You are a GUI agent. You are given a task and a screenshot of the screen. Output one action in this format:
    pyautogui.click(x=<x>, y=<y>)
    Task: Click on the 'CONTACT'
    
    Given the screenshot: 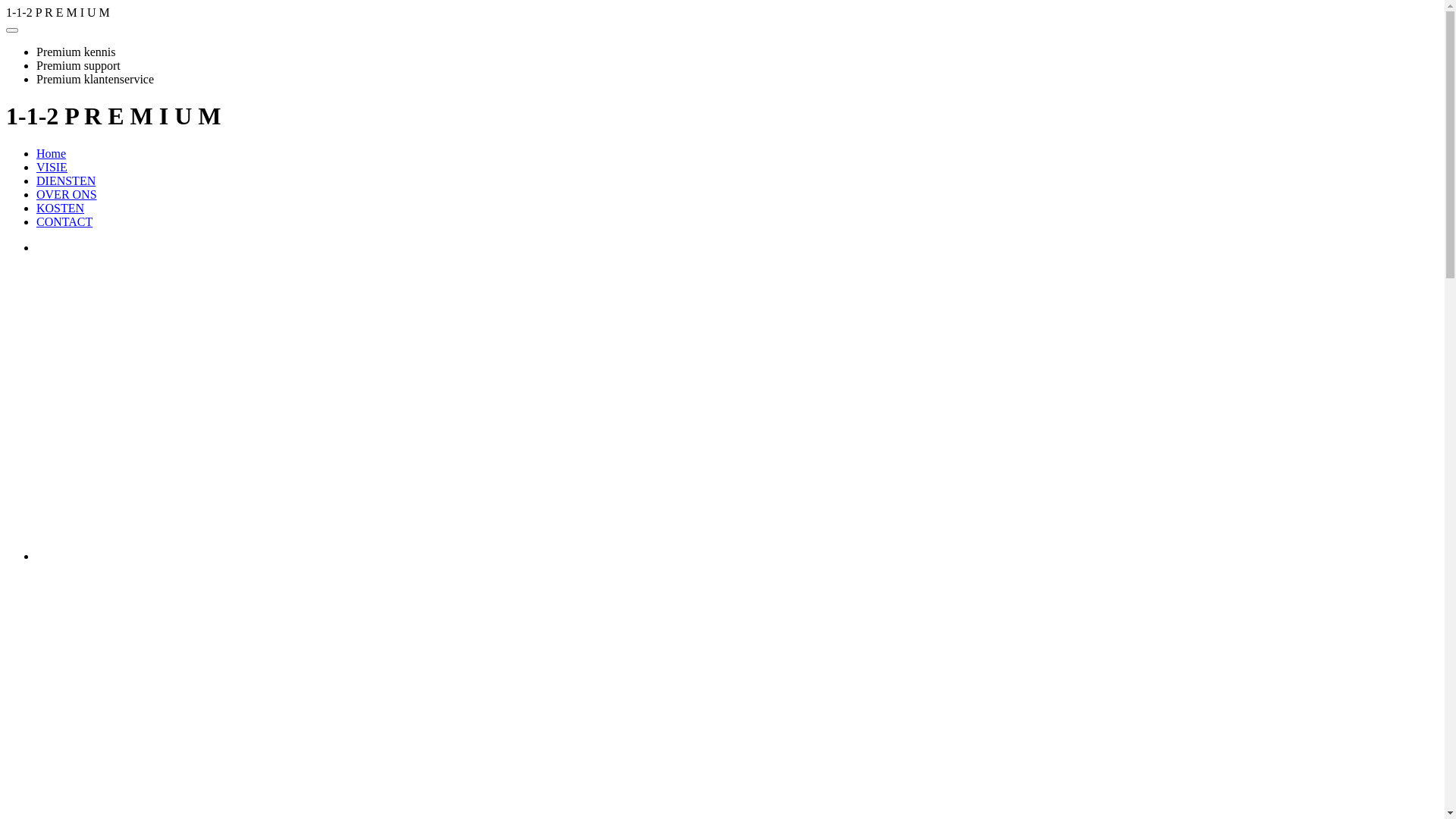 What is the action you would take?
    pyautogui.click(x=64, y=221)
    